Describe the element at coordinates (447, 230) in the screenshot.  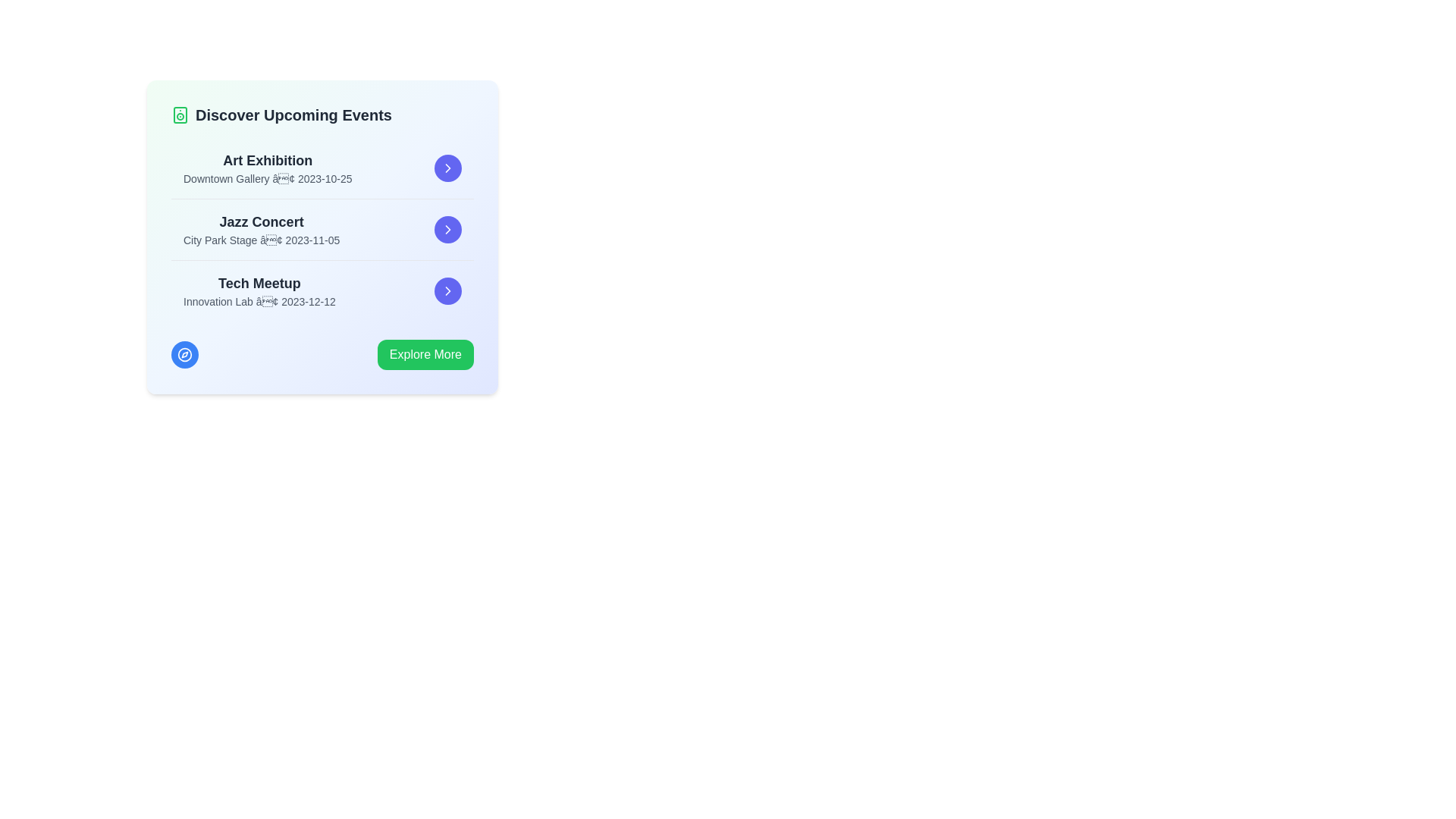
I see `the event details button for Jazz Concert` at that location.